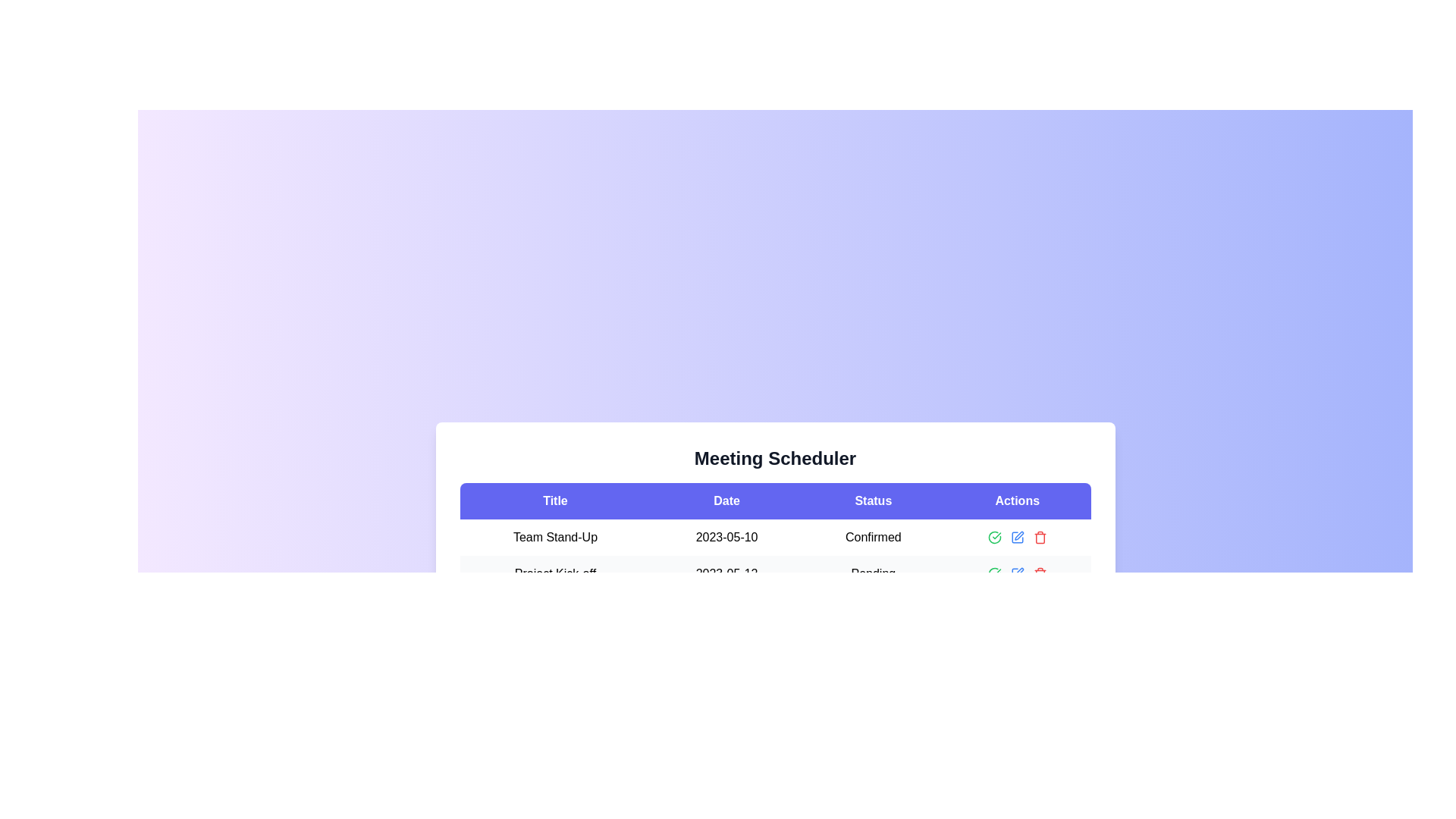 This screenshot has height=819, width=1456. I want to click on the 'Pending' text label located in the 'Status' column of the row for 'Project Kick-off' dated '2023-05-12', so click(873, 573).